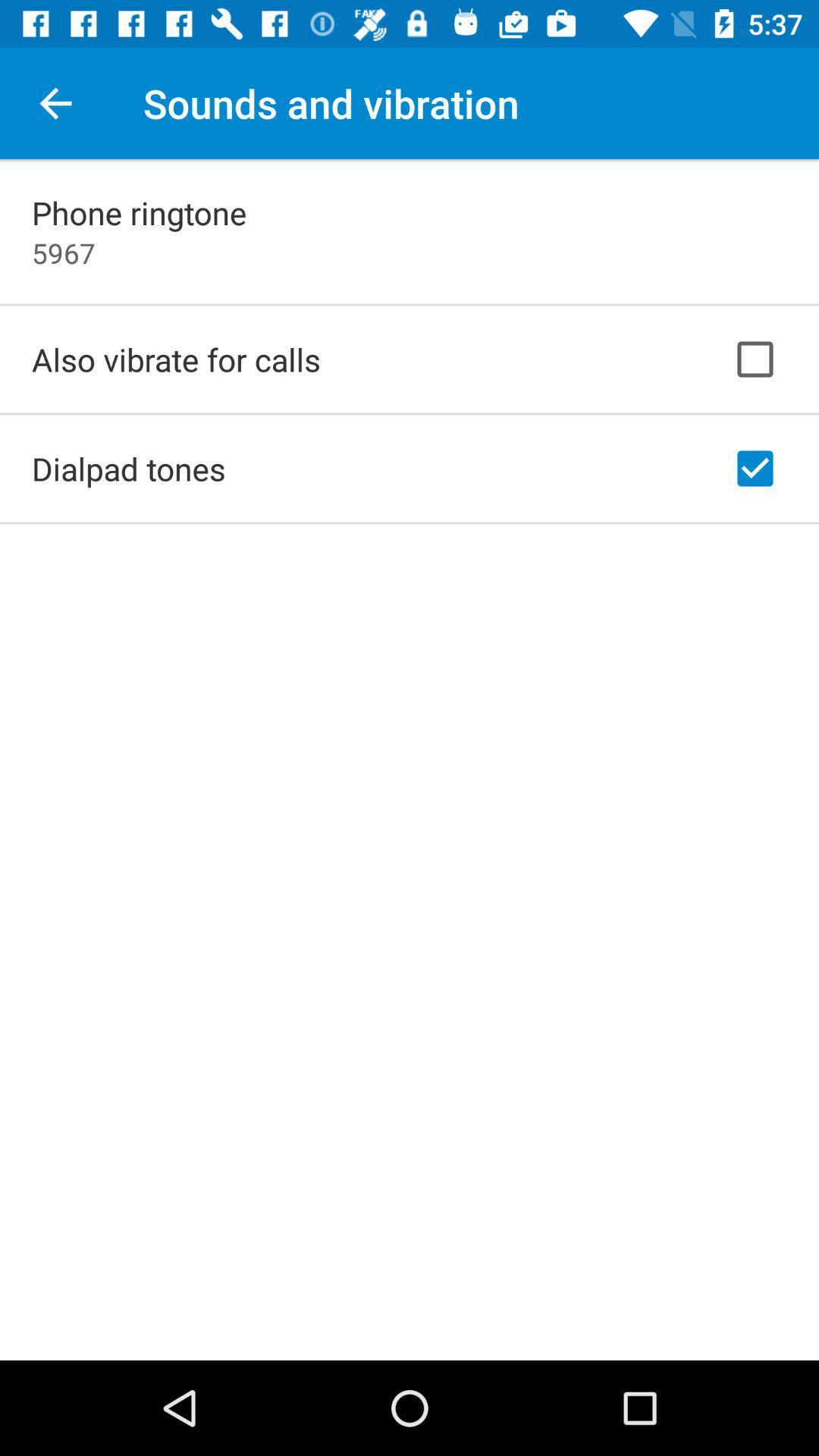 This screenshot has height=1456, width=819. Describe the element at coordinates (139, 212) in the screenshot. I see `phone ringtone item` at that location.